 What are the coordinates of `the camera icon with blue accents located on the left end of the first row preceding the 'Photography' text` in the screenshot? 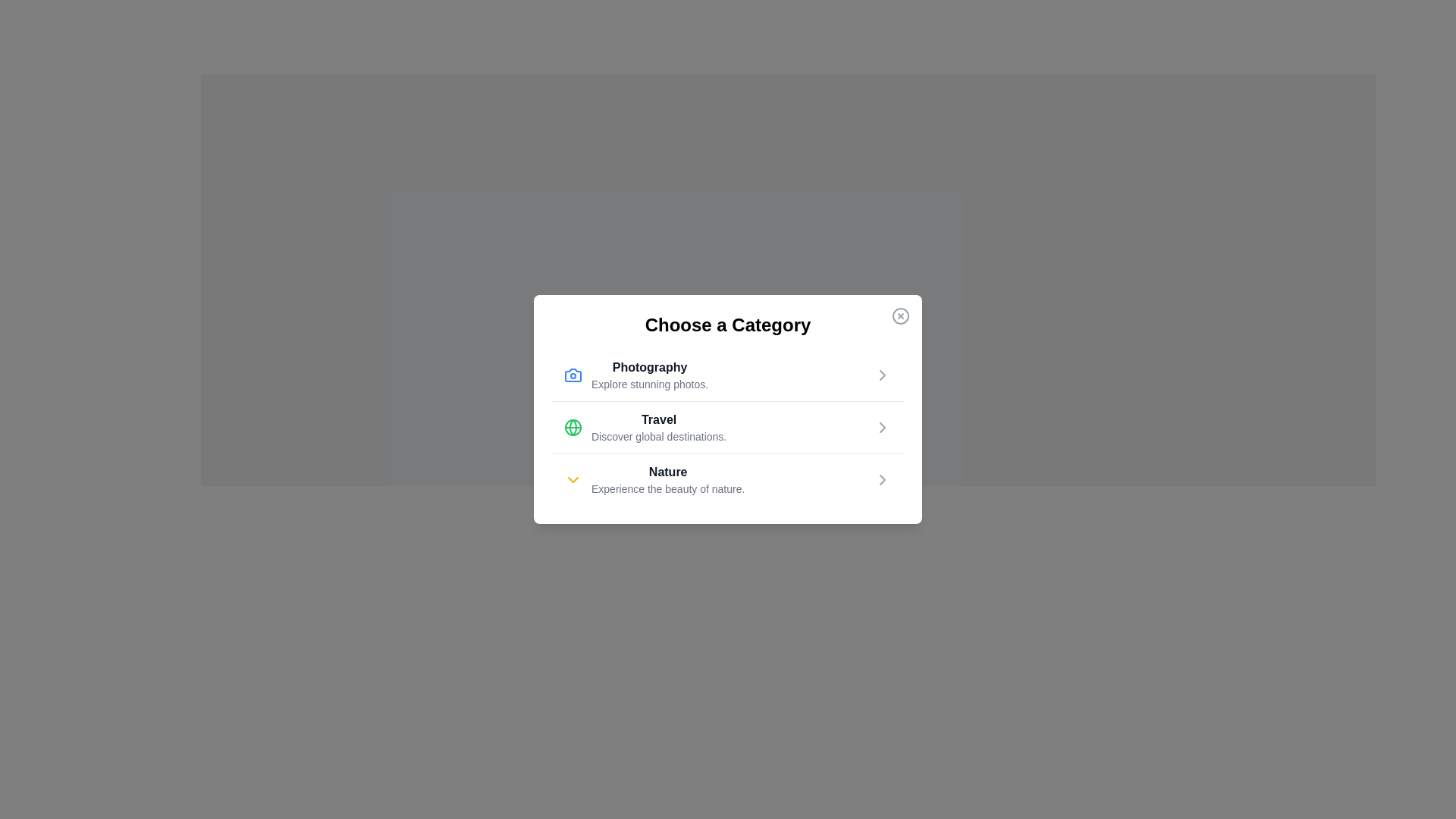 It's located at (572, 375).